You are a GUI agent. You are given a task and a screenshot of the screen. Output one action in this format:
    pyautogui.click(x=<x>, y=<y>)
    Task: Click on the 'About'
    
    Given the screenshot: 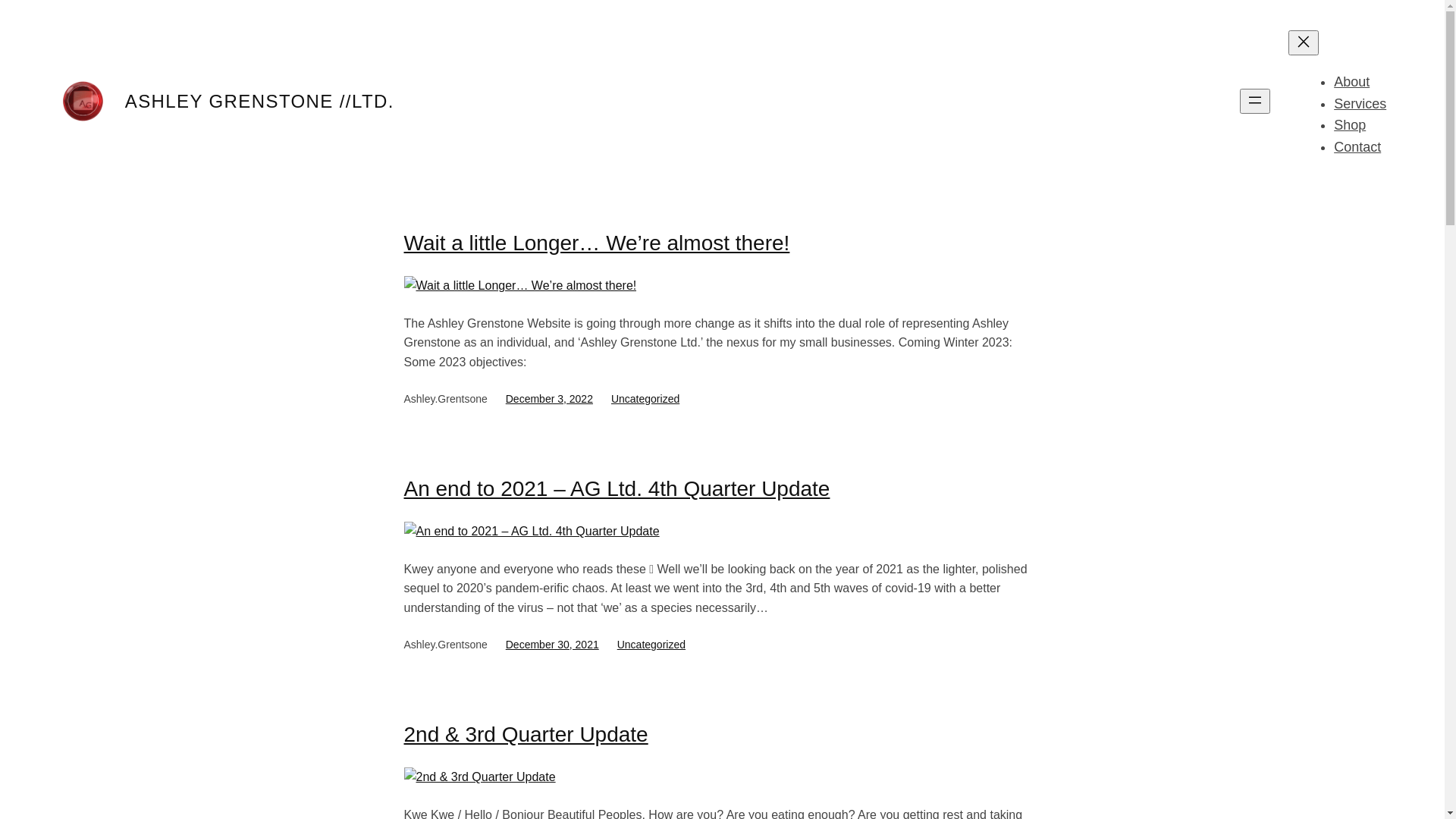 What is the action you would take?
    pyautogui.click(x=1351, y=82)
    